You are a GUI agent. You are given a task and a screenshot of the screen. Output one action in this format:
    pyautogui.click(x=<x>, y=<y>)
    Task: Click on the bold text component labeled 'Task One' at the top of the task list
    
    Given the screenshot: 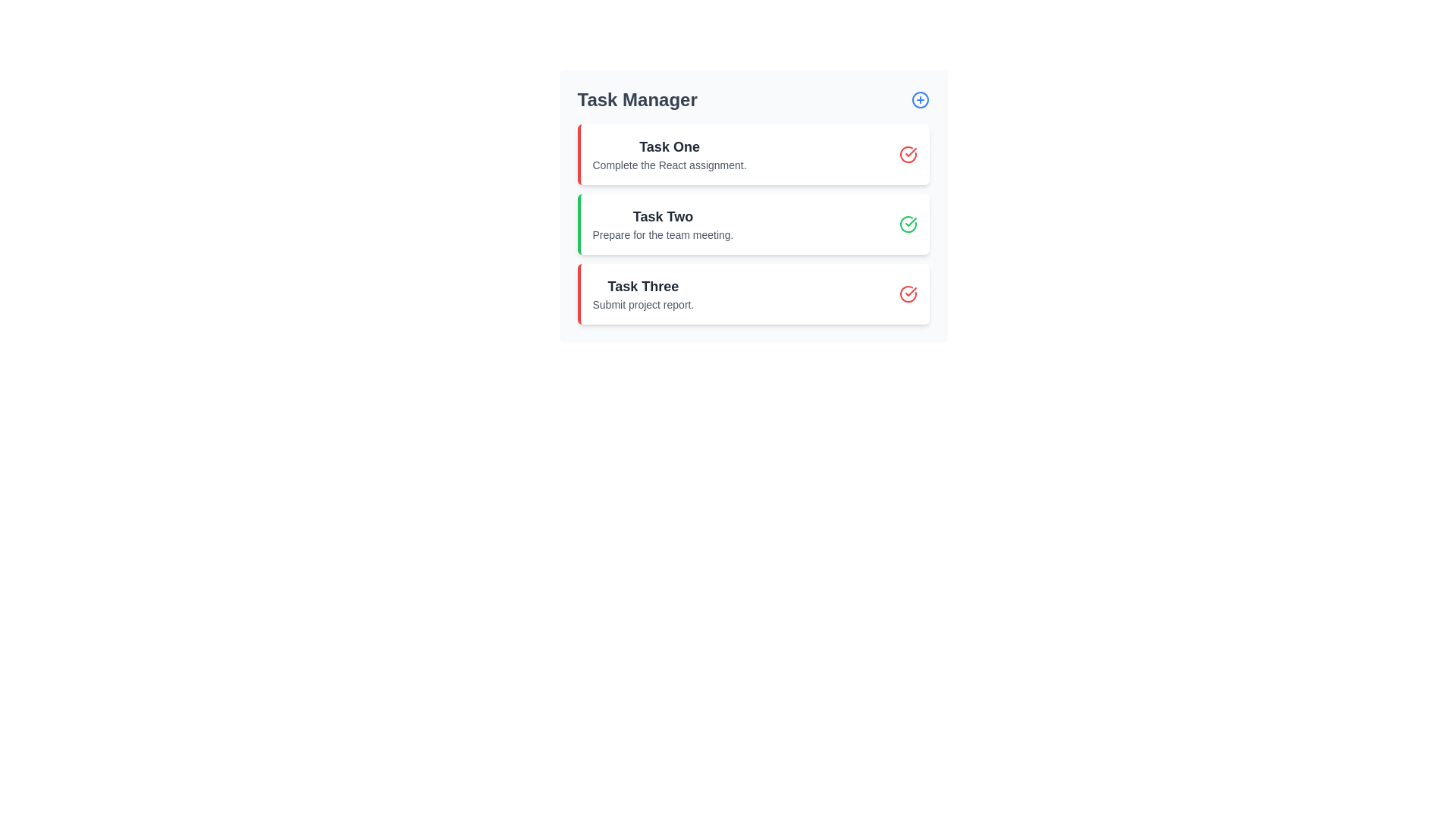 What is the action you would take?
    pyautogui.click(x=669, y=146)
    